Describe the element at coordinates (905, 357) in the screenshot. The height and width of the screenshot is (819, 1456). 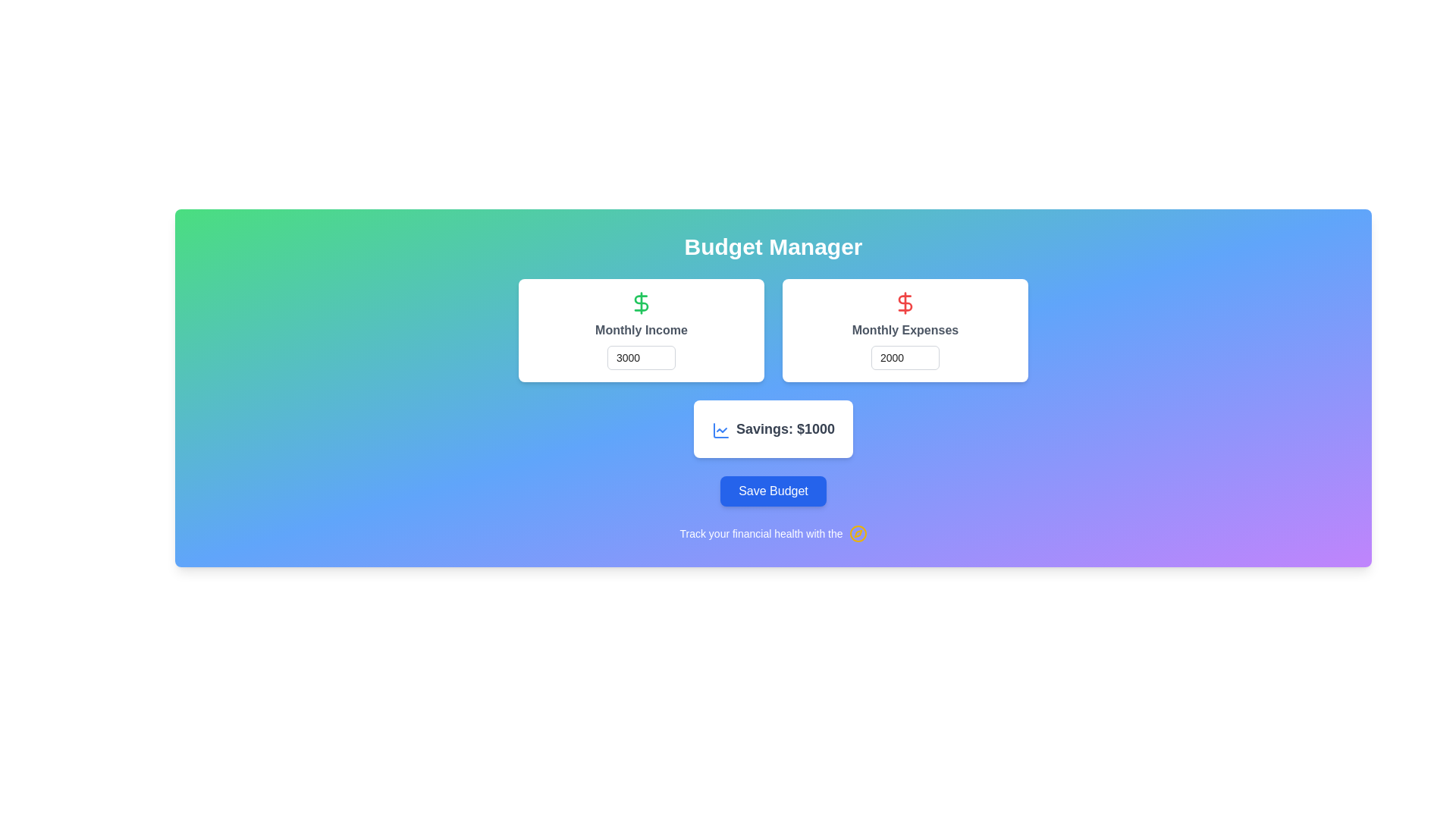
I see `the numeric input field displaying '2000'` at that location.